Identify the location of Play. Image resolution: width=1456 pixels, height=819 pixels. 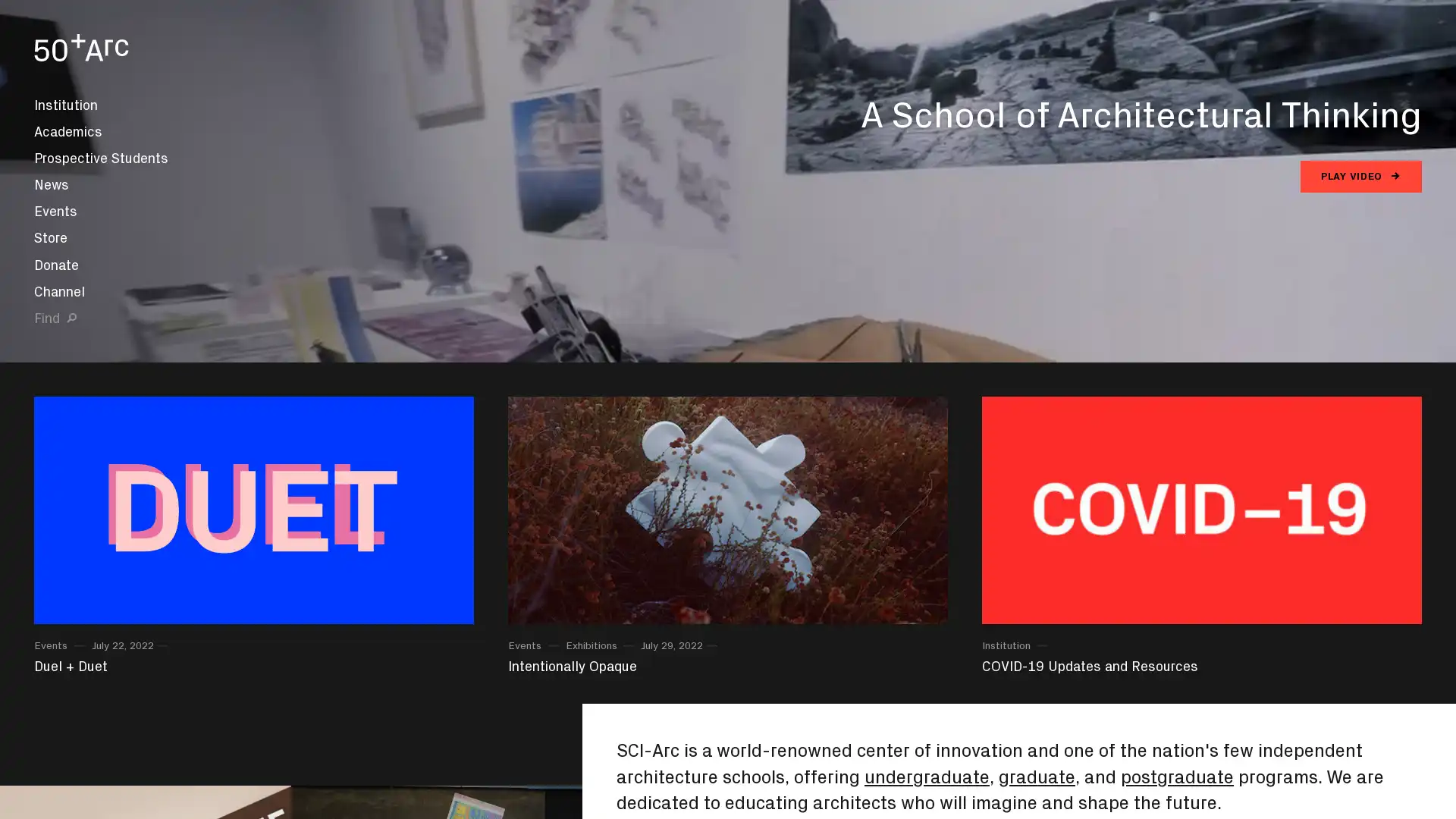
(728, 409).